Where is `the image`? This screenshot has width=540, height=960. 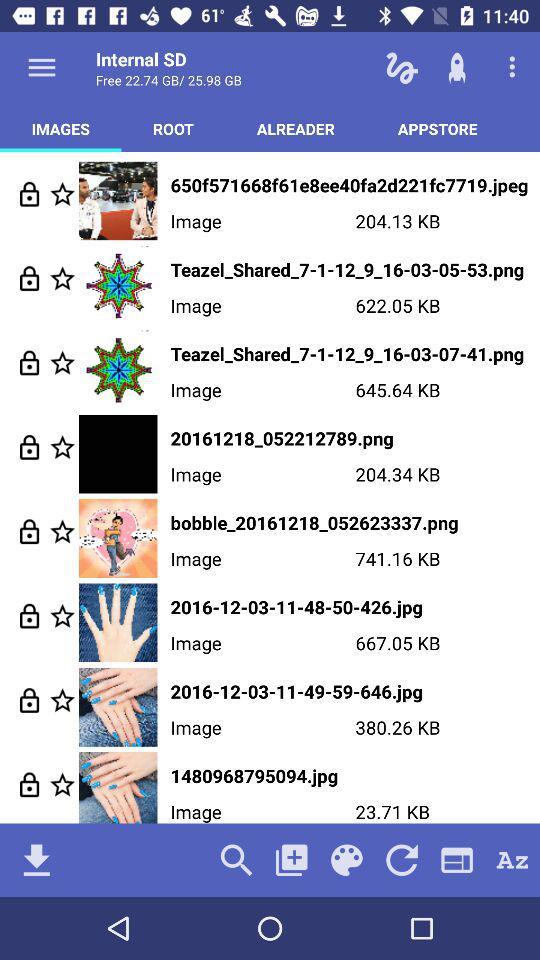
the image is located at coordinates (62, 530).